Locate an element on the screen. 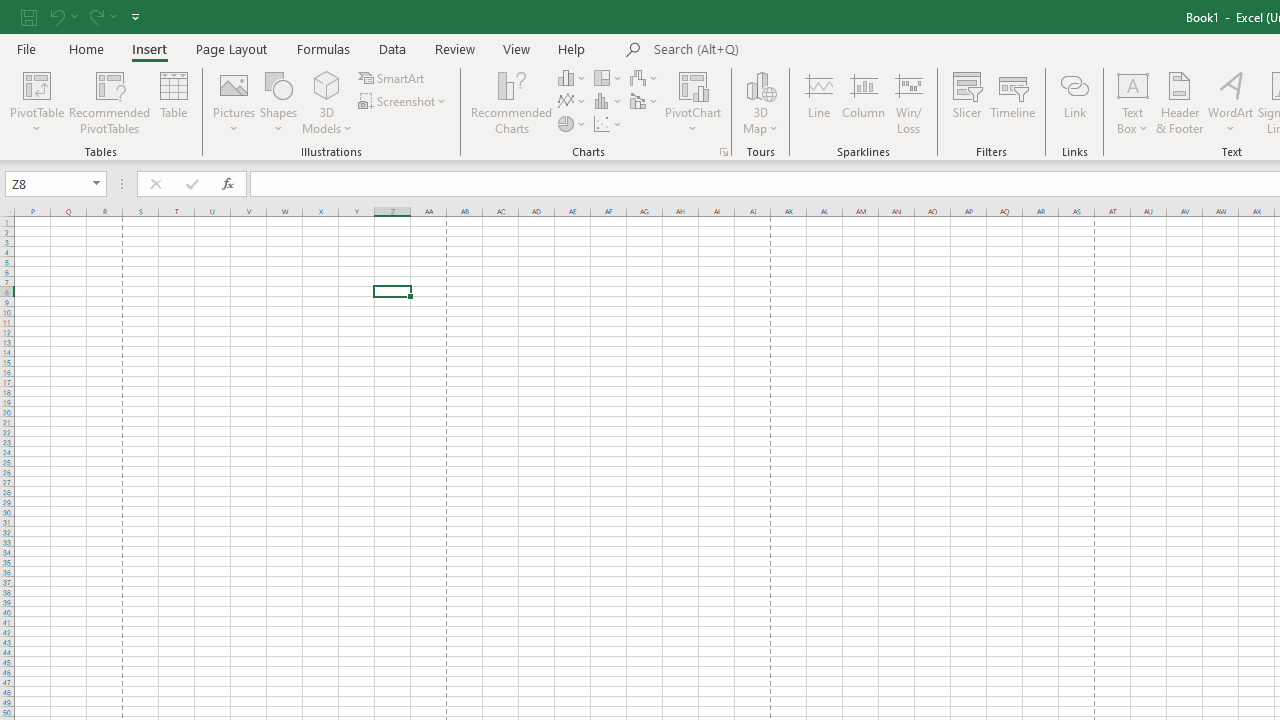  'PivotChart' is located at coordinates (693, 103).